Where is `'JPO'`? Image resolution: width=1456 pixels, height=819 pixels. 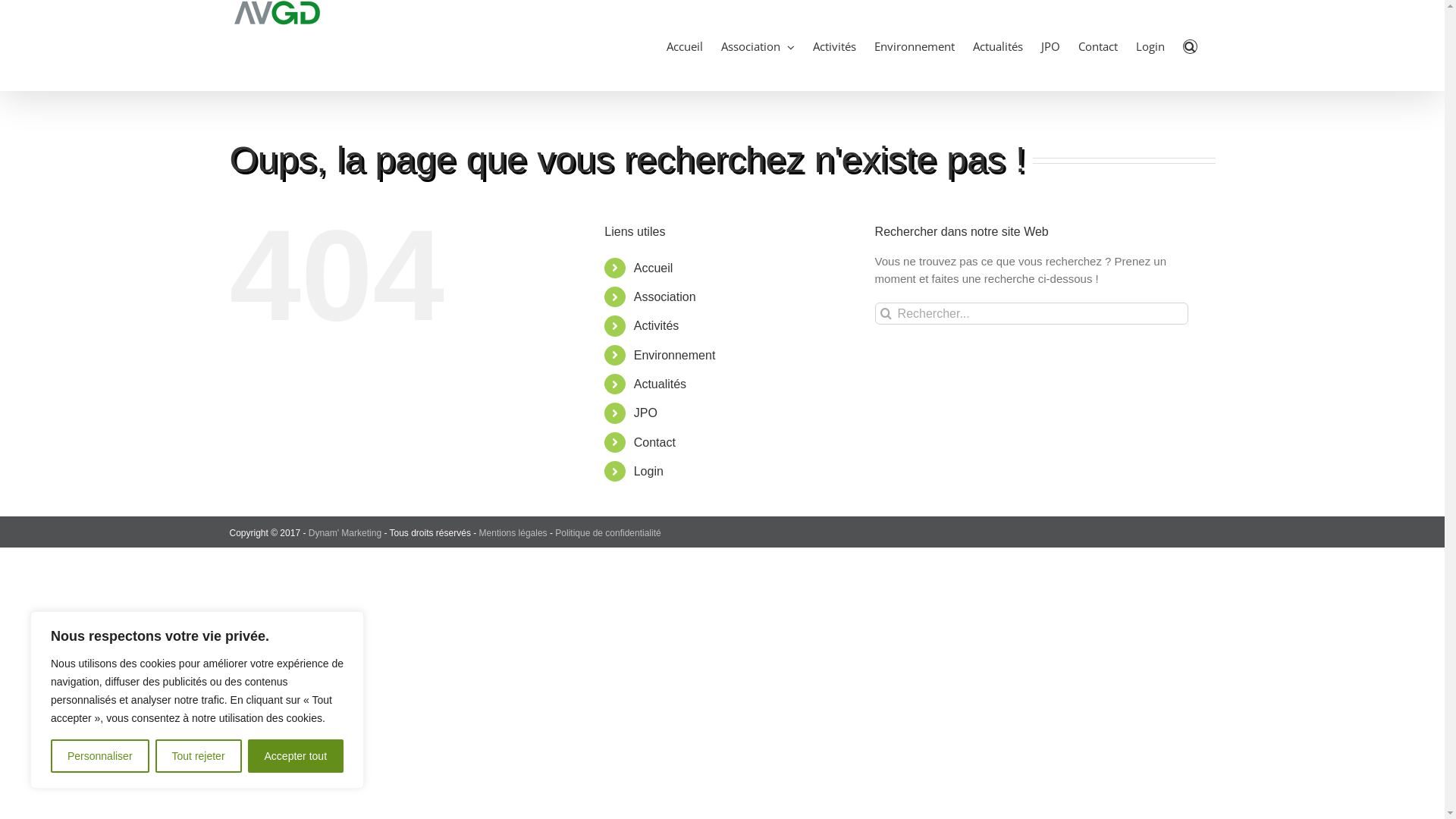 'JPO' is located at coordinates (1050, 45).